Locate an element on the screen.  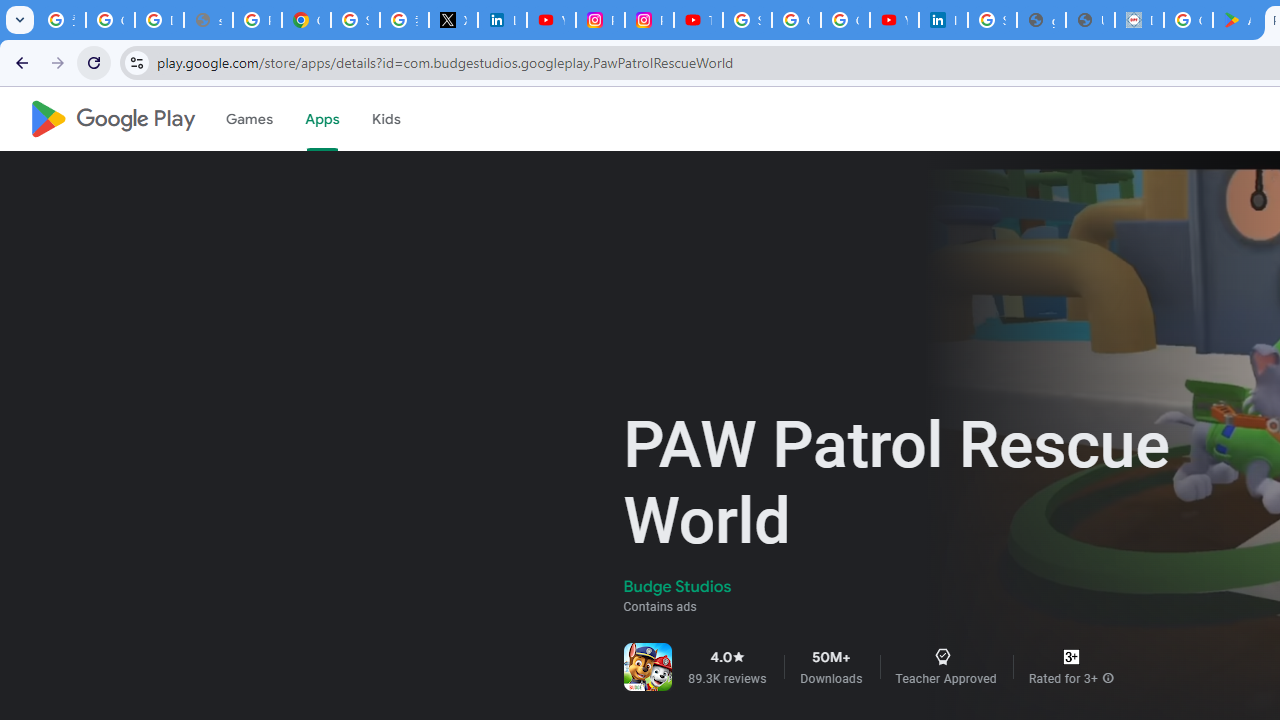
'Sign in - Google Accounts' is located at coordinates (355, 20).